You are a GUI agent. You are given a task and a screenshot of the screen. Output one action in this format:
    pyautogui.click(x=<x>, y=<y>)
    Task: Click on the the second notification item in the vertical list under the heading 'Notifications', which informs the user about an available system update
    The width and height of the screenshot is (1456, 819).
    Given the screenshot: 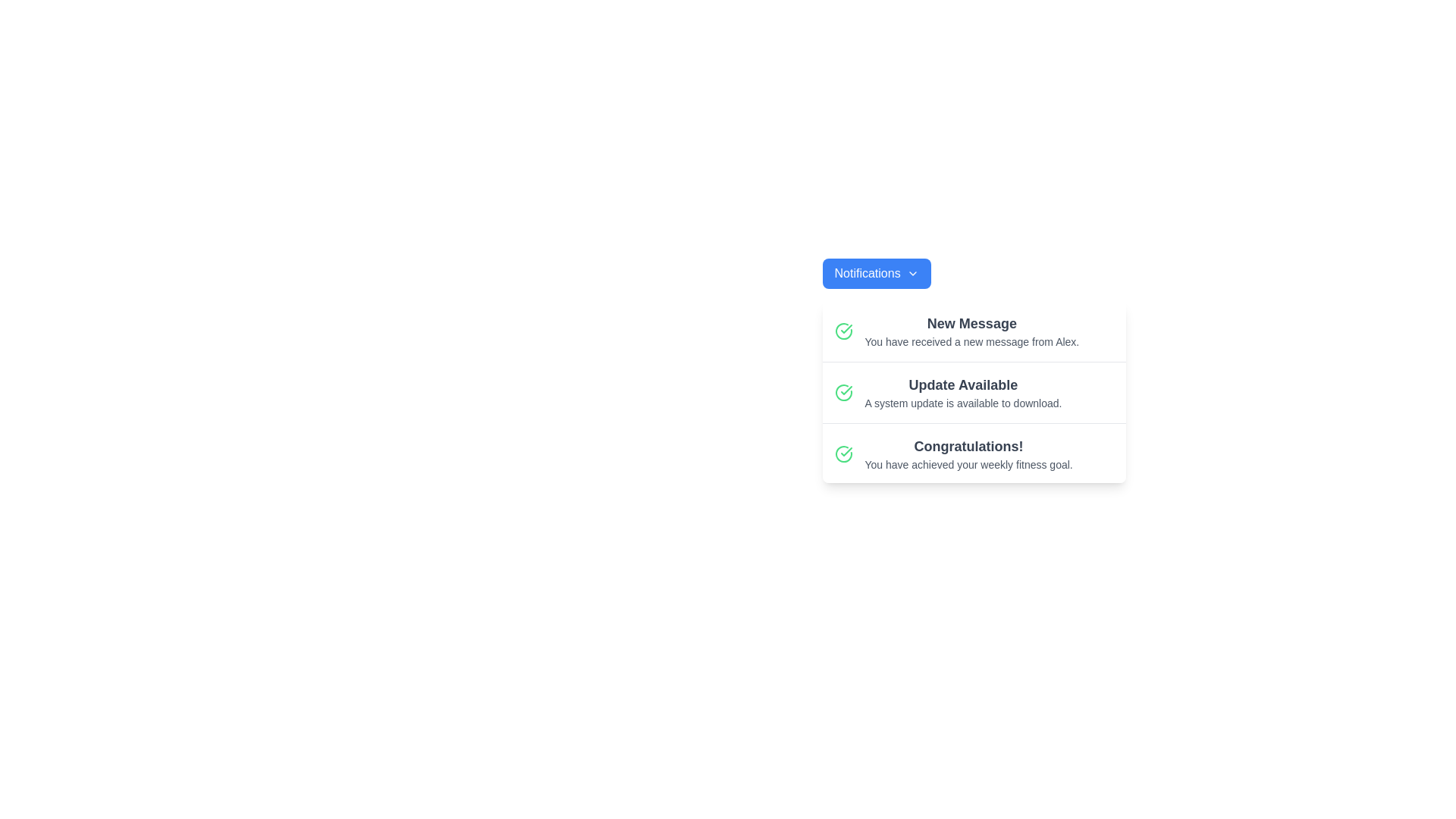 What is the action you would take?
    pyautogui.click(x=962, y=391)
    